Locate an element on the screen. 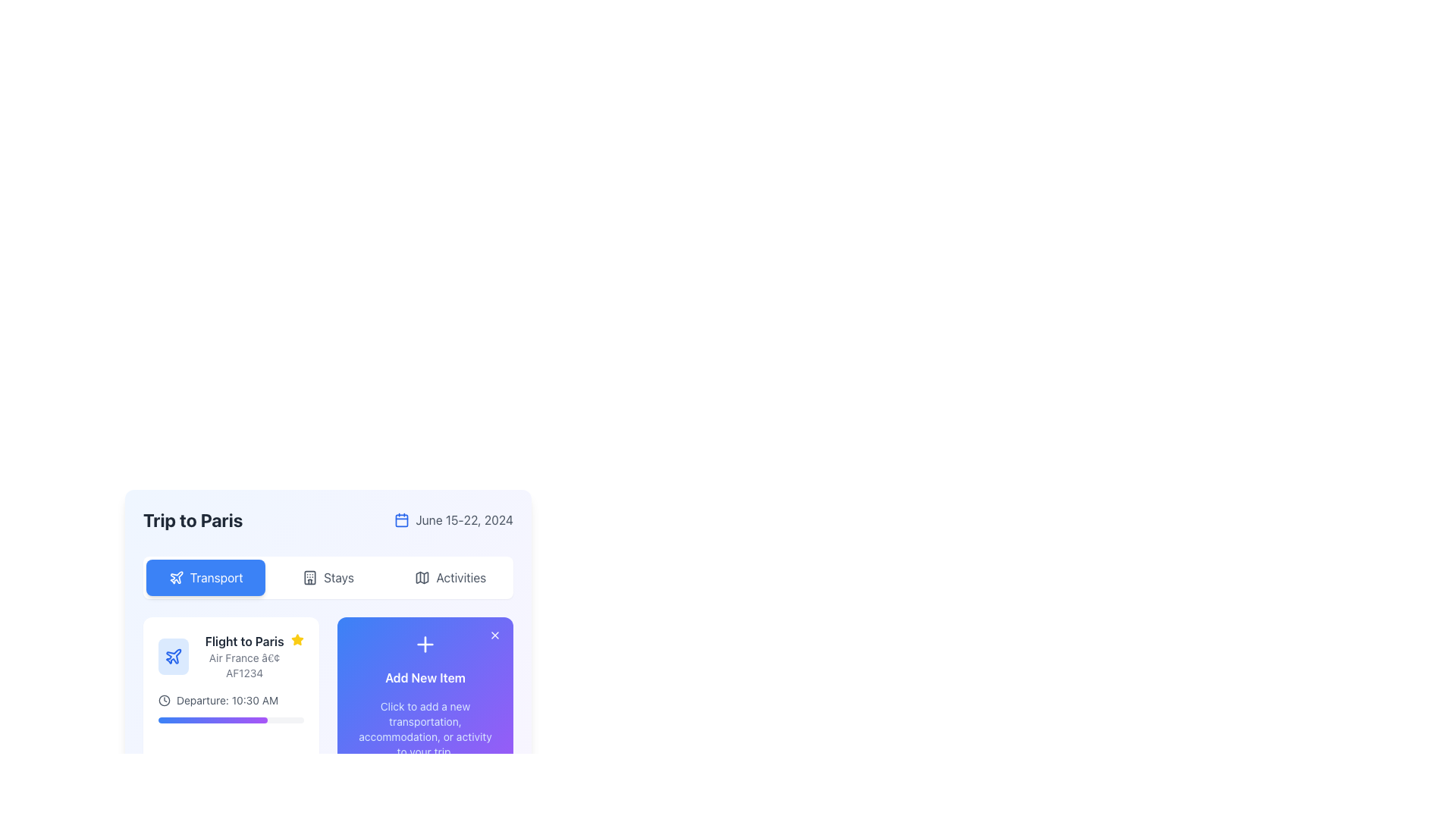 The width and height of the screenshot is (1456, 819). the progress bar located beneath the 'Departure: 10:30 AM' label in the flight information card for 'Flight to Paris' is located at coordinates (231, 719).